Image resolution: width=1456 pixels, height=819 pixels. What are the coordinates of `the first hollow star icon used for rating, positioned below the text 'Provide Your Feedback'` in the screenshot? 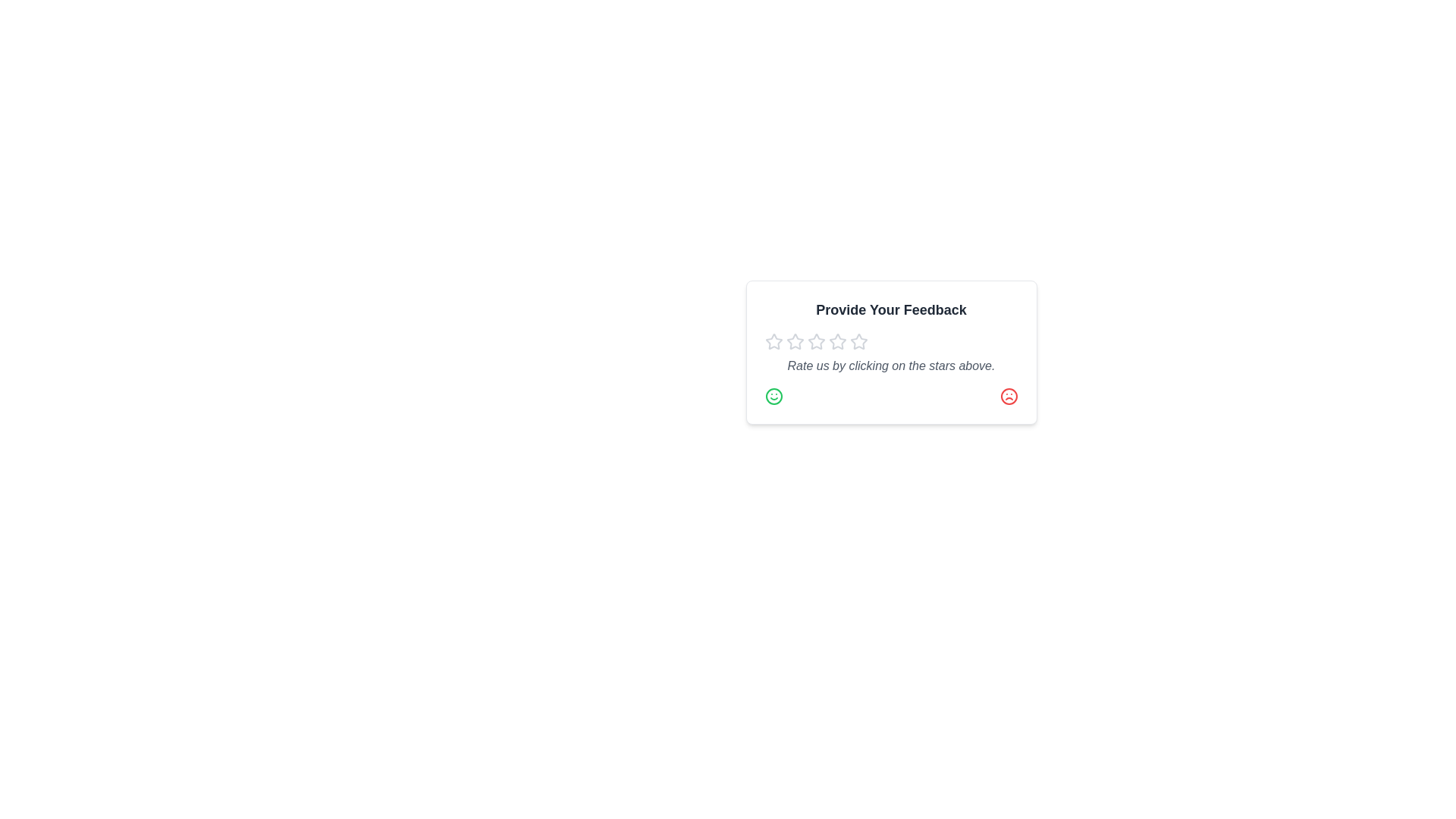 It's located at (773, 341).